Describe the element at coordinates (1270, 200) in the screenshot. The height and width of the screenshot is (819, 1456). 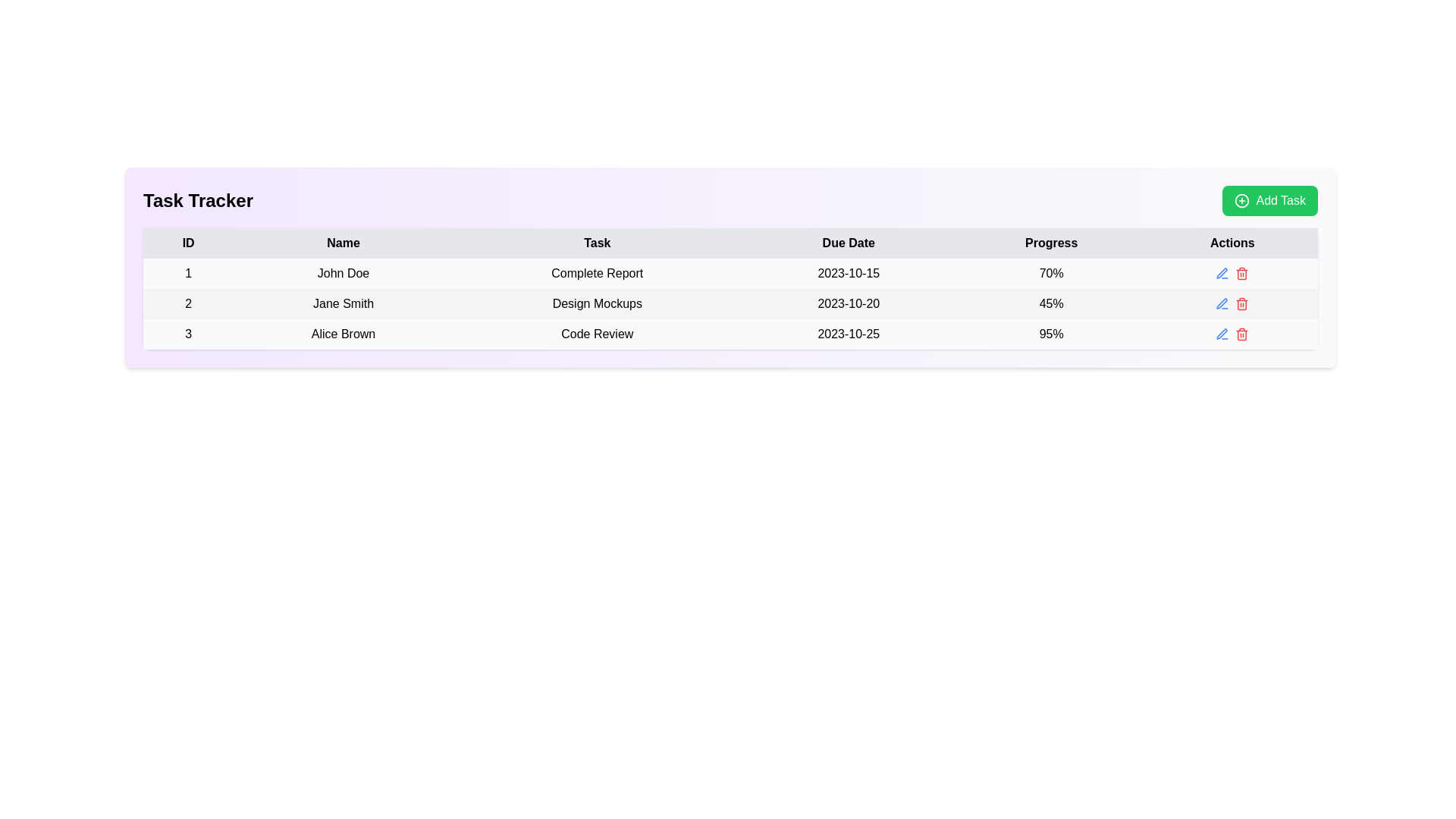
I see `the 'Add Task' button located at the top-right corner of the interface, aligned with the 'Task Tracker' heading` at that location.